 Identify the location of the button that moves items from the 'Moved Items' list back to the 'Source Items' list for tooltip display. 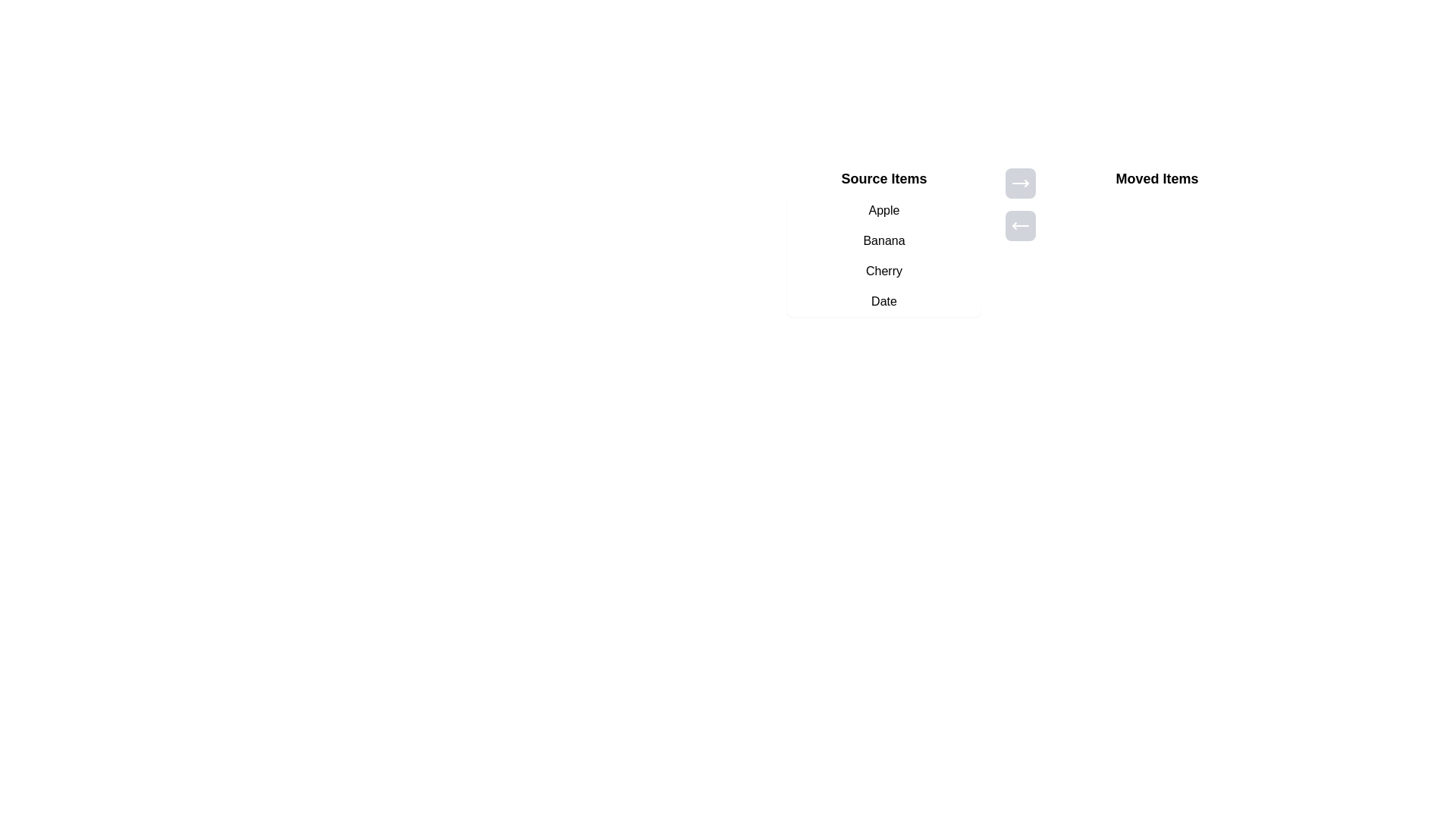
(1020, 242).